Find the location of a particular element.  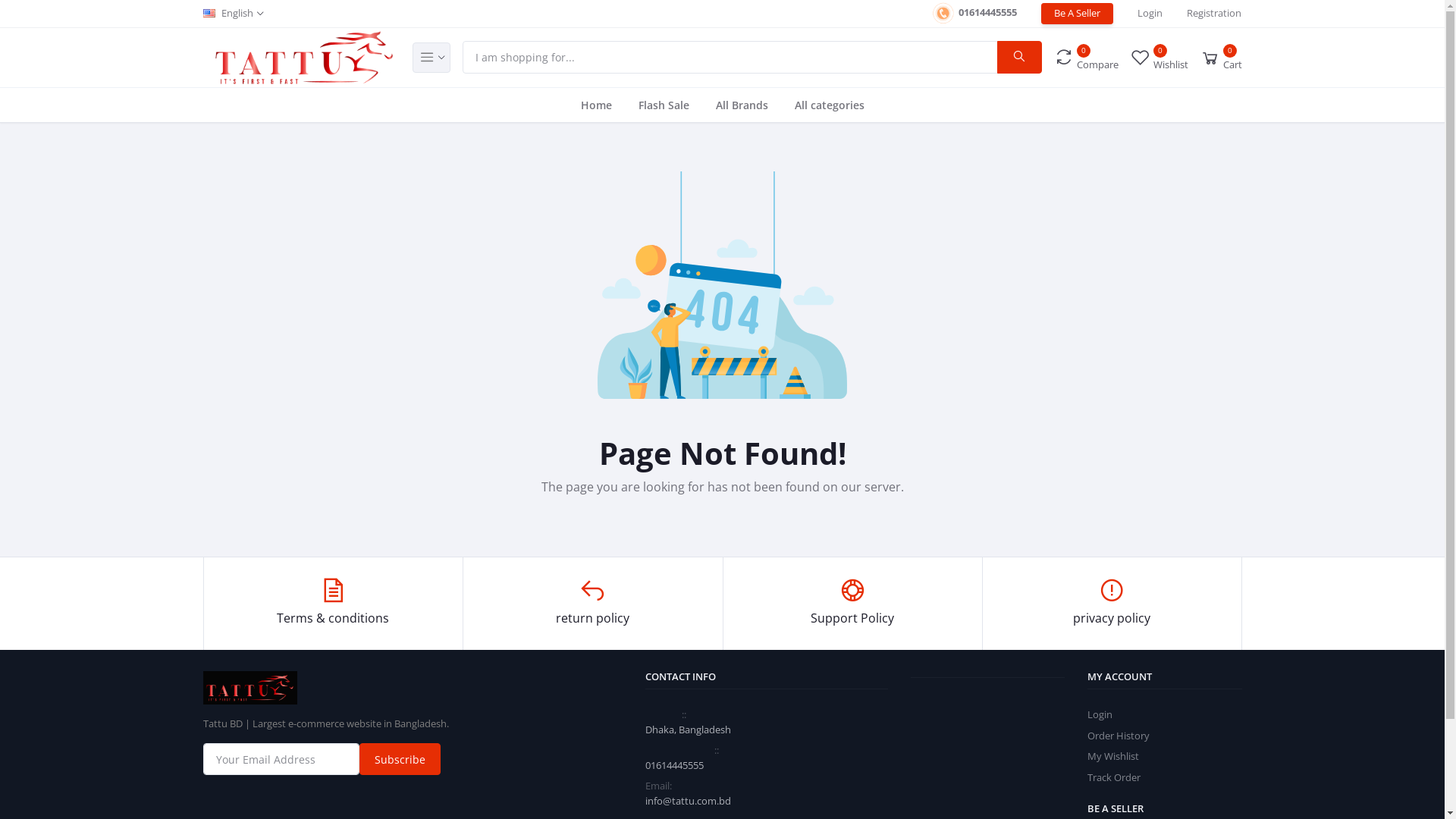

'All Brands' is located at coordinates (742, 104).